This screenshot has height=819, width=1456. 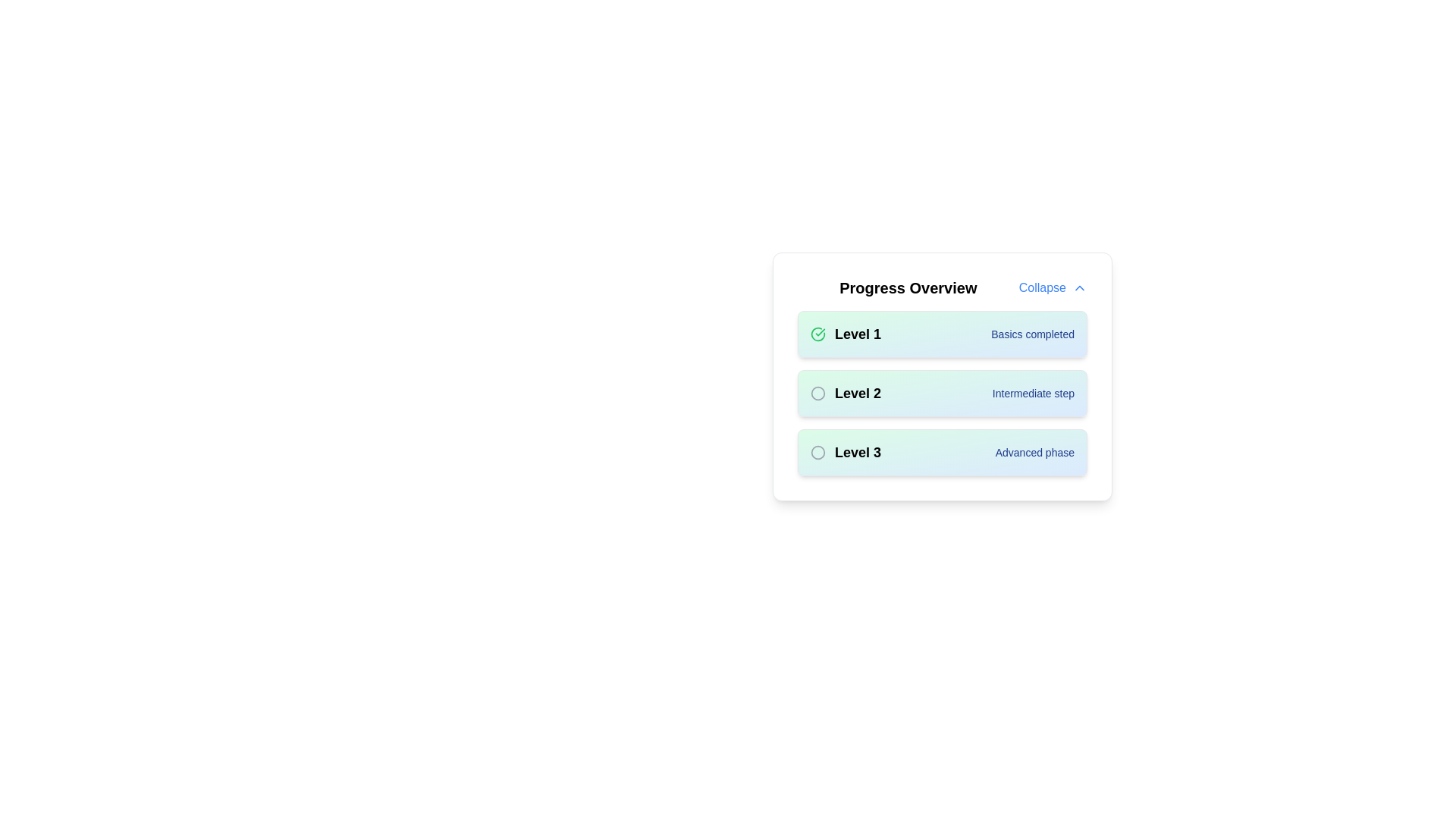 I want to click on the circular visual indicator with a gray outline and transparent fill, located in the second row of a vertically arranged list next to the label 'Level 2', so click(x=817, y=391).